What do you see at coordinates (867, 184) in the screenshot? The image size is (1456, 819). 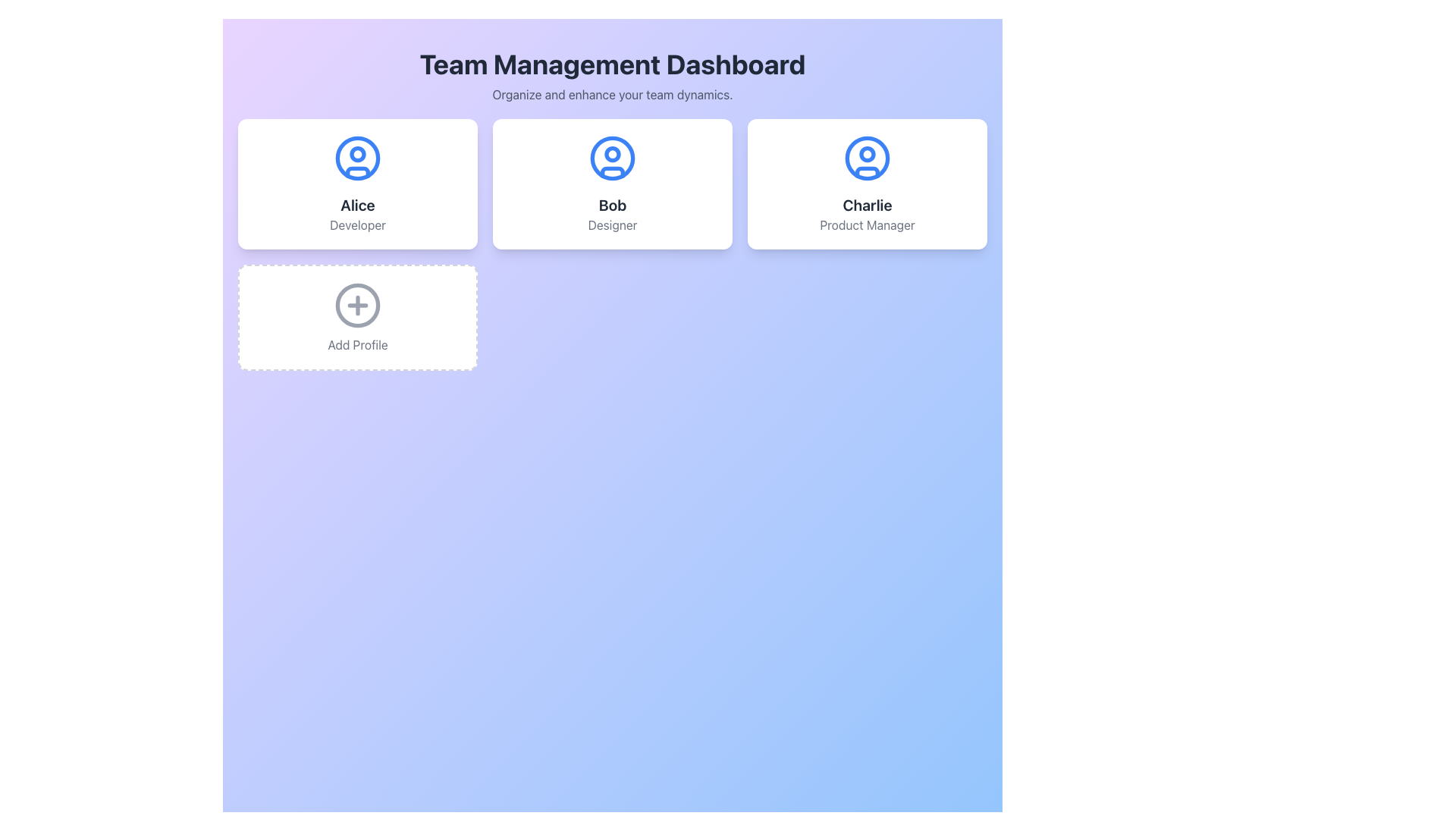 I see `the Profile card featuring the icon of a person, the name 'Charlie' in bold, and the title 'Product Manager'` at bounding box center [867, 184].